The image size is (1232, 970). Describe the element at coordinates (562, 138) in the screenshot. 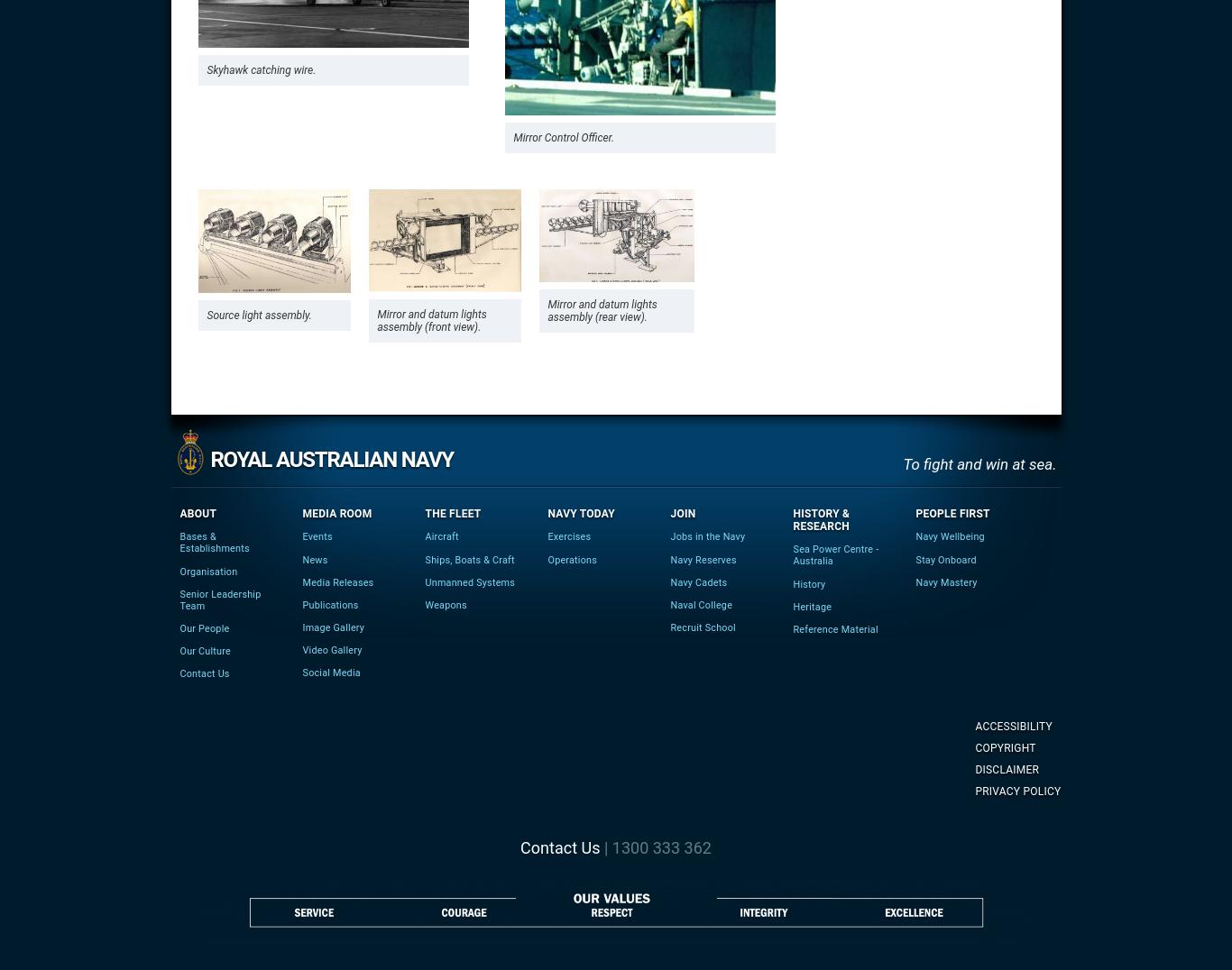

I see `'Mirror Control Officer.'` at that location.